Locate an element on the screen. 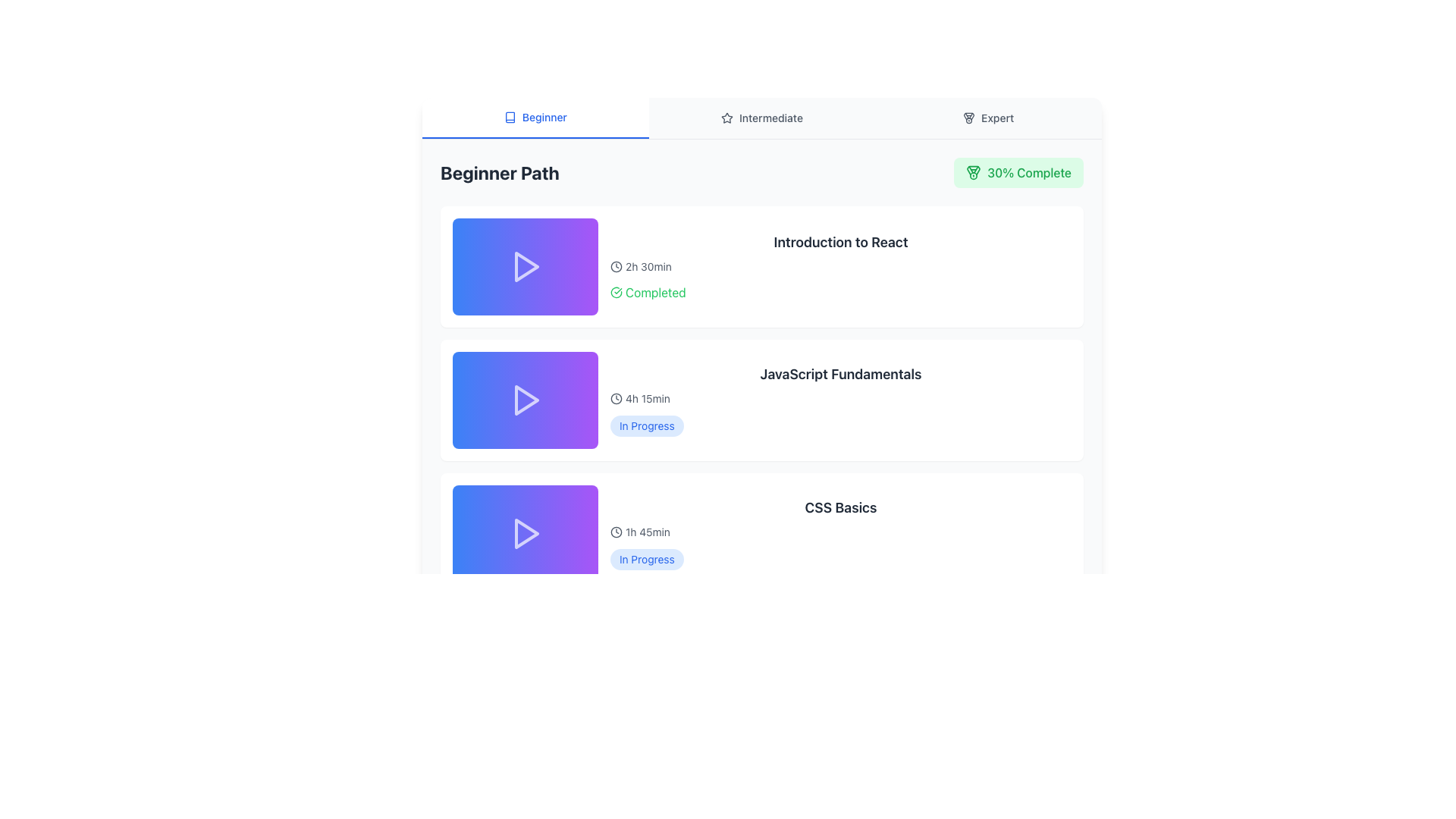  the clock icon located to the left of the text '1h 45min' in the third module of the 'CSS Basics' item layout is located at coordinates (616, 532).